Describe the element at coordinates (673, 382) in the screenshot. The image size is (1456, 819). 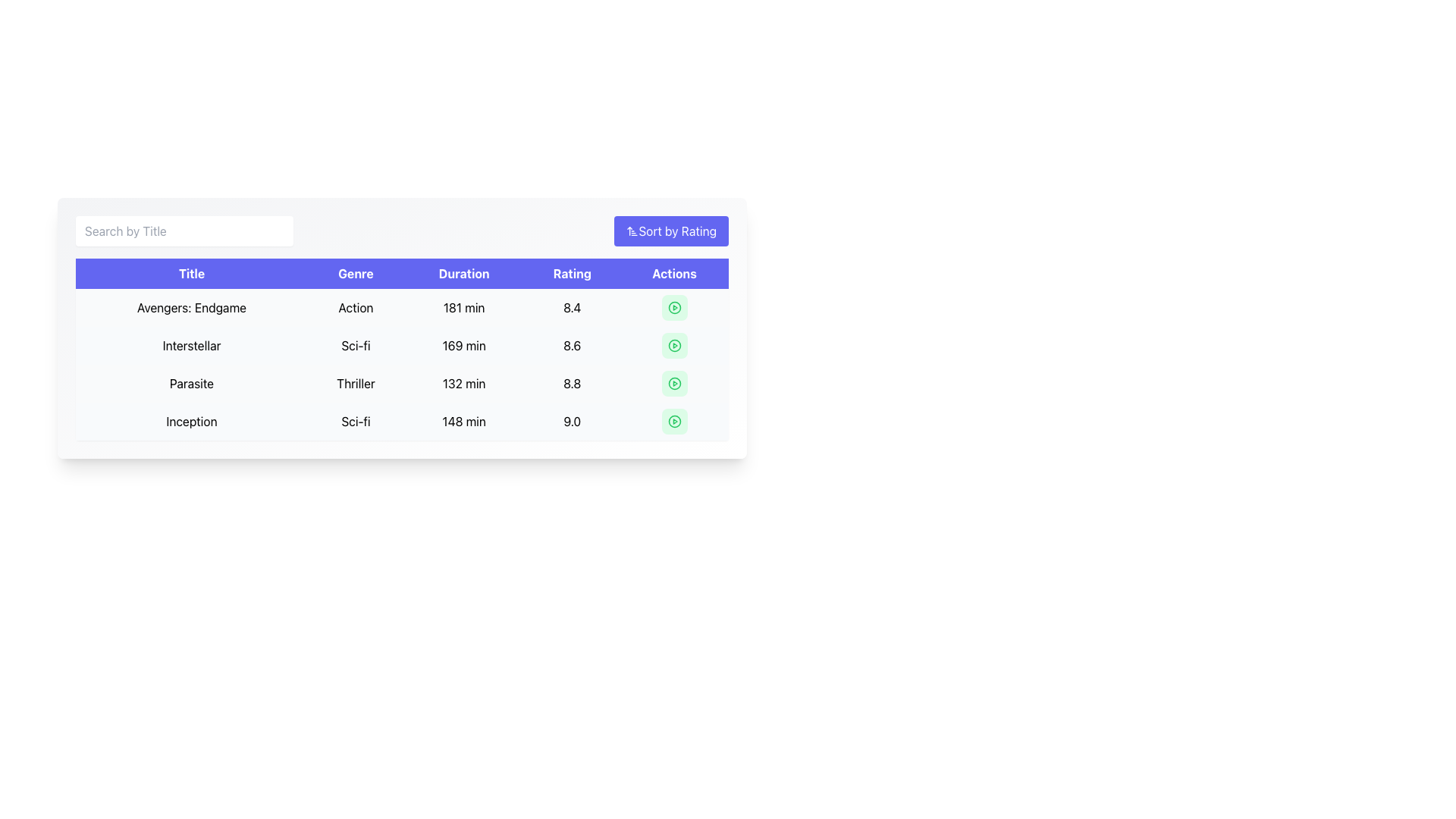
I see `the play button located in the last cell of the row for the movie 'Parasite' under the 'Actions' column to initiate the action` at that location.